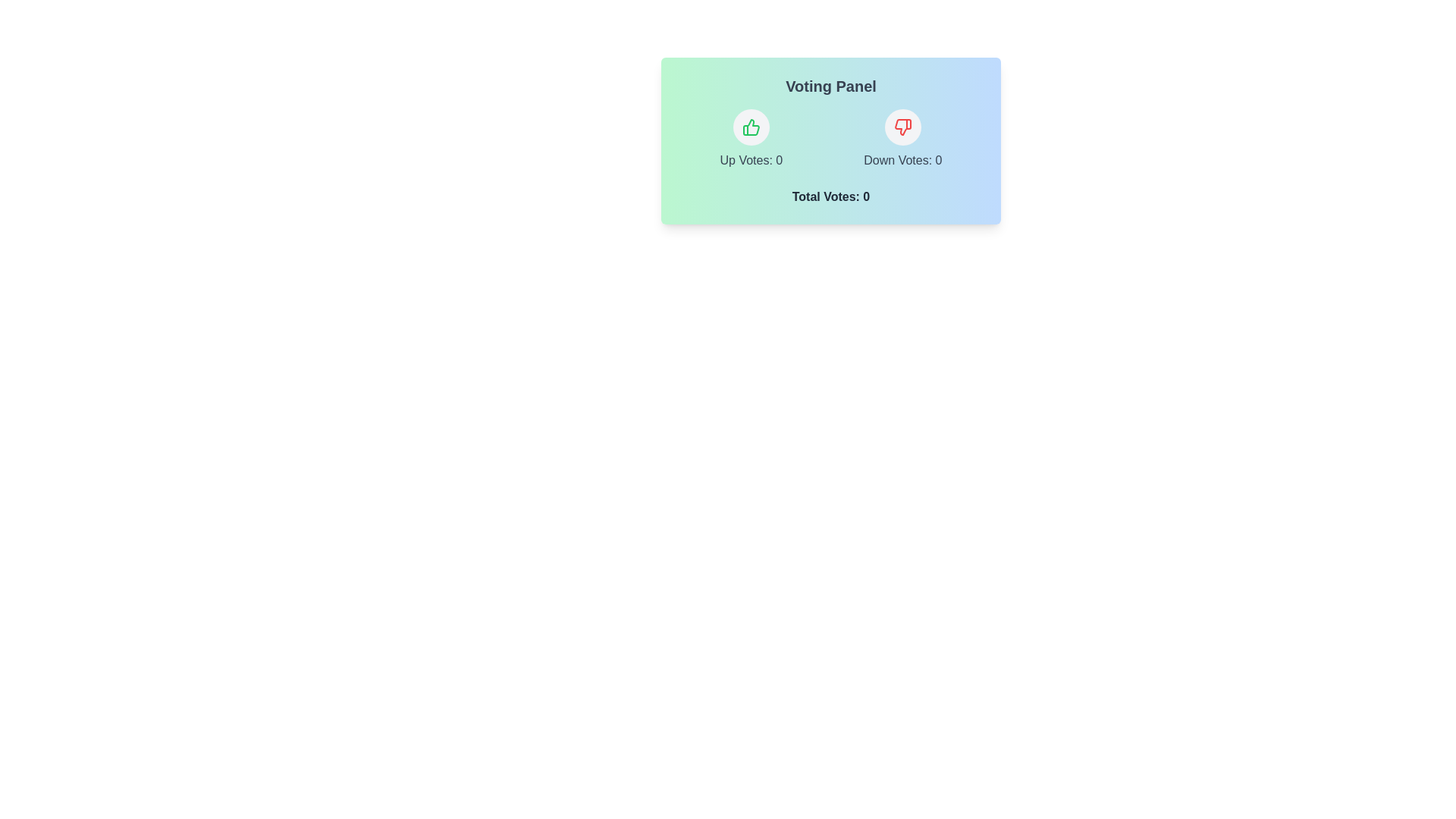  What do you see at coordinates (751, 140) in the screenshot?
I see `the interactive upvote button located on the left side of the voting panel` at bounding box center [751, 140].